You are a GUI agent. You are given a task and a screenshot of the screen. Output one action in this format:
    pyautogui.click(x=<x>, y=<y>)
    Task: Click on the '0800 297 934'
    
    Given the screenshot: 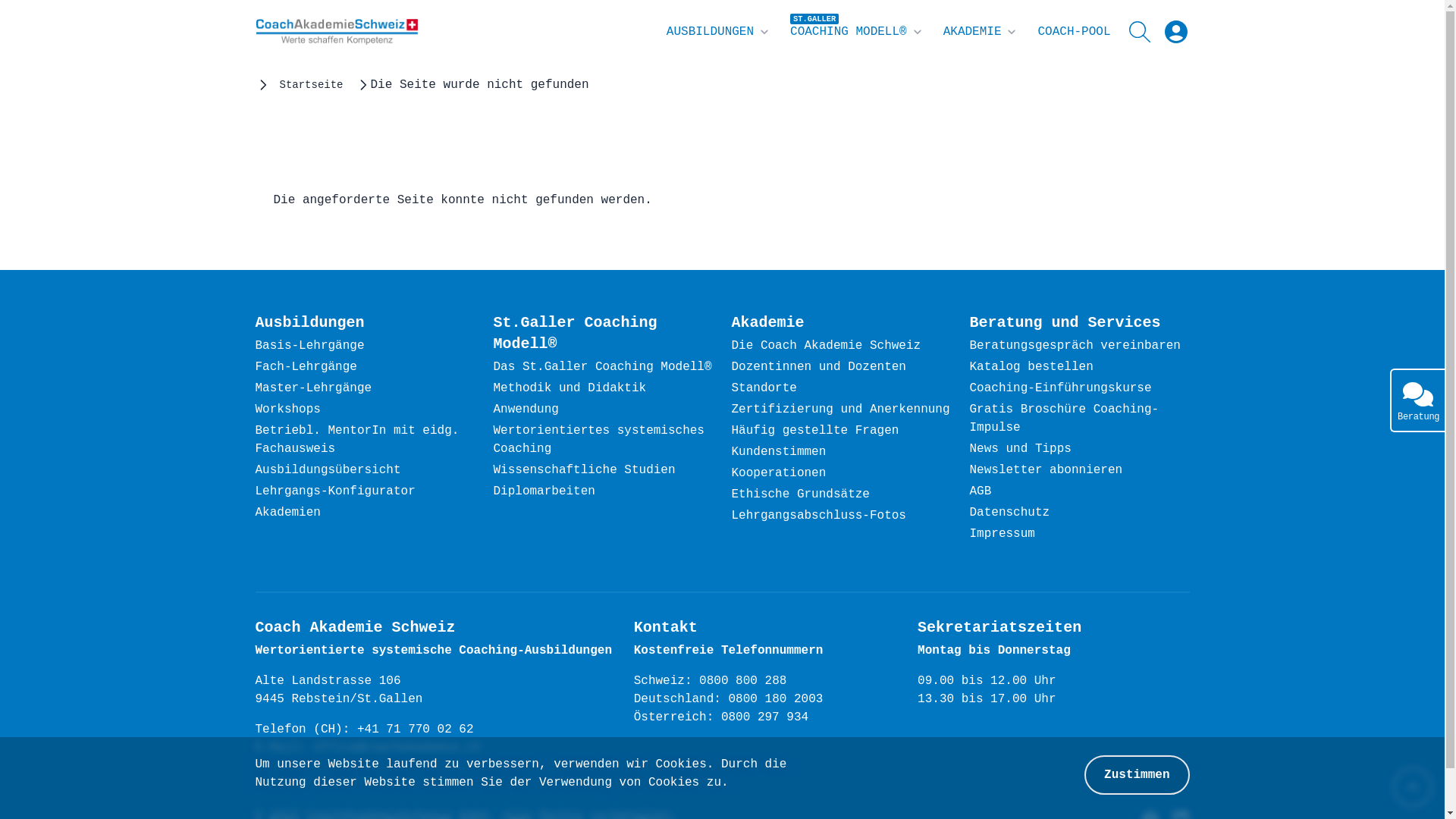 What is the action you would take?
    pyautogui.click(x=720, y=717)
    